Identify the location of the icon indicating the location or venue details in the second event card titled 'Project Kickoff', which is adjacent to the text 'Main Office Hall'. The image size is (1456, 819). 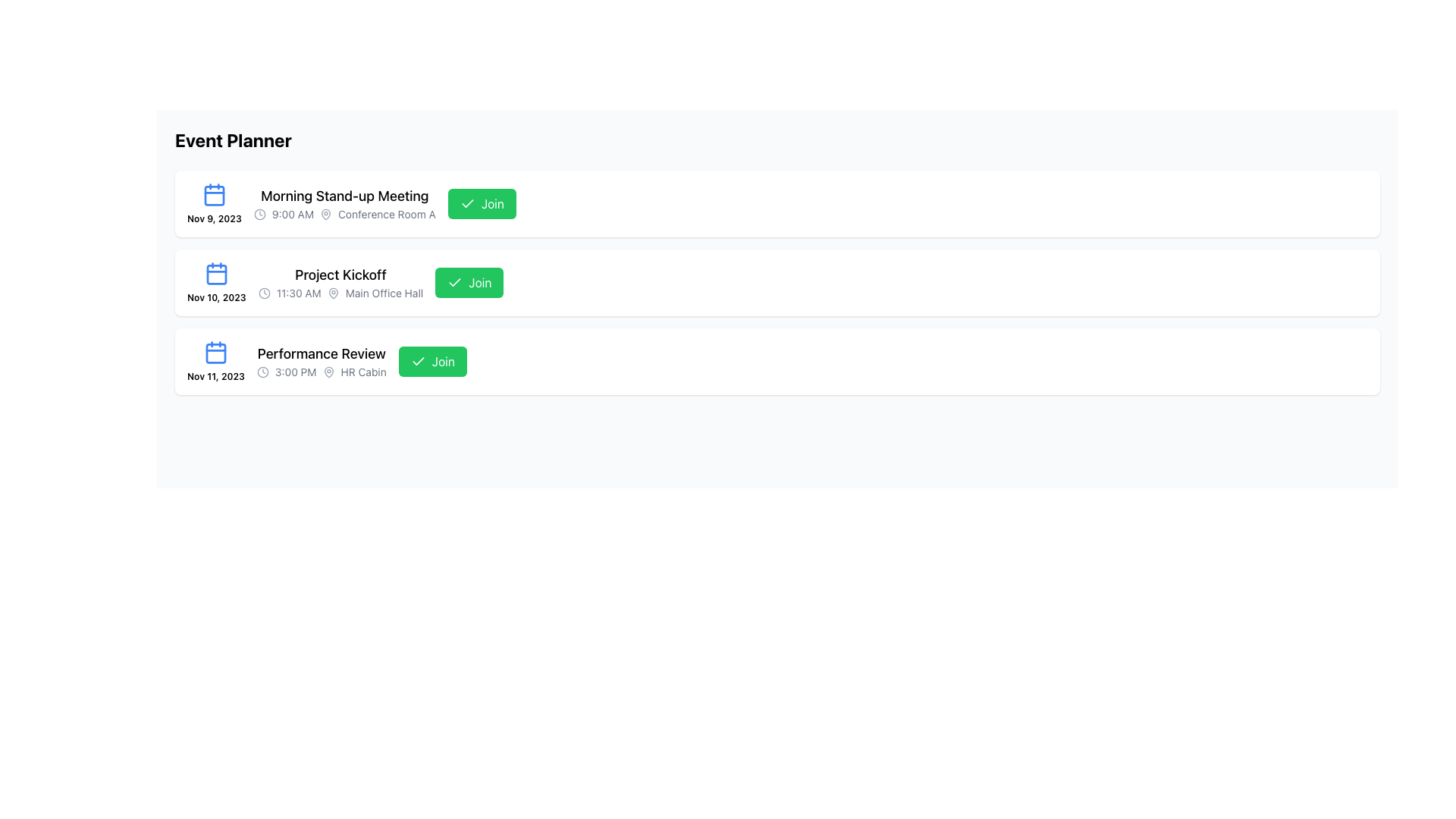
(332, 293).